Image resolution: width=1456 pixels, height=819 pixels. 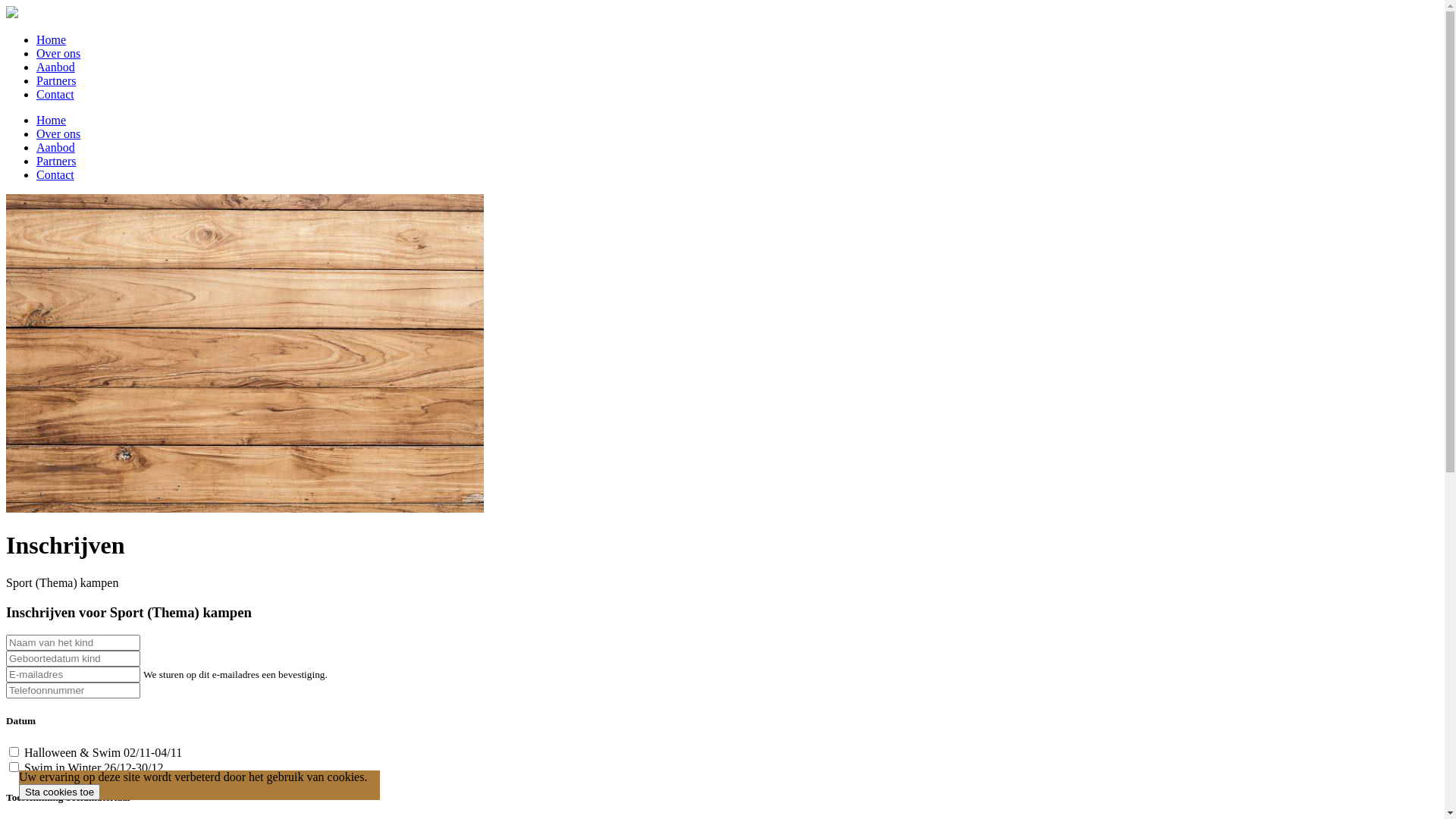 What do you see at coordinates (18, 791) in the screenshot?
I see `'Sta cookies toe'` at bounding box center [18, 791].